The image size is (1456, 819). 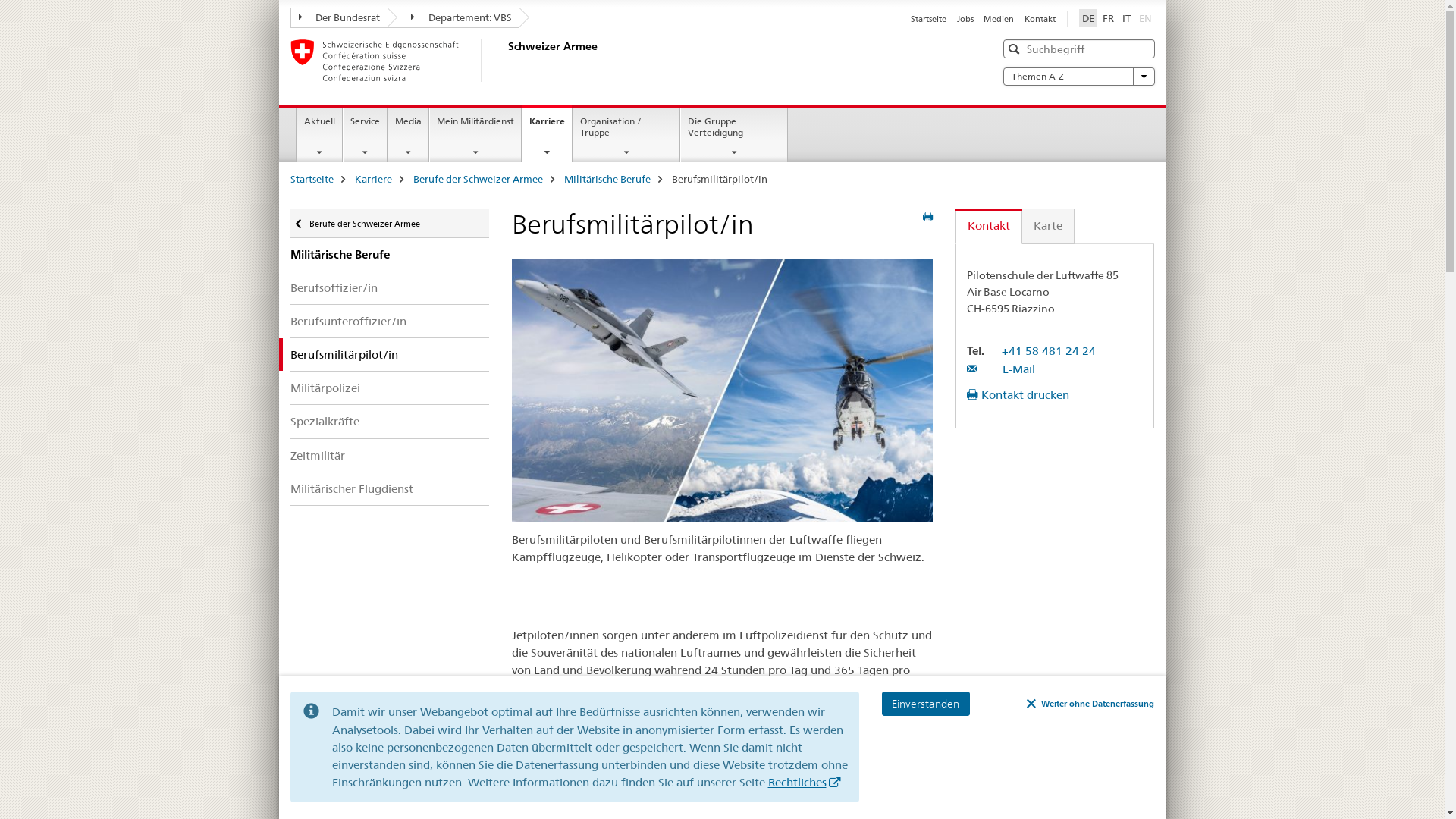 I want to click on 'Clear', so click(x=1141, y=47).